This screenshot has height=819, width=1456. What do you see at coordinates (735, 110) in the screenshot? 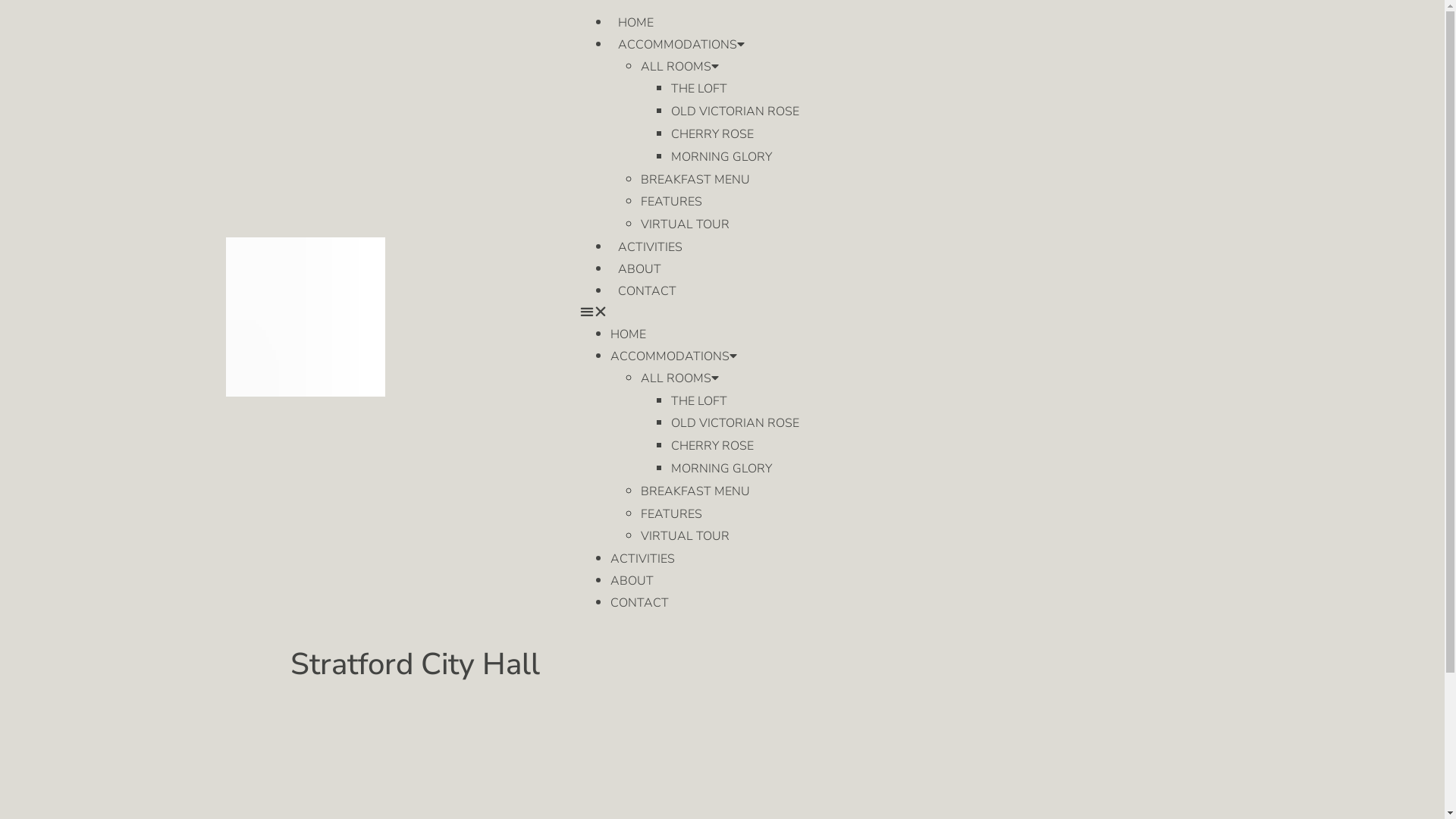
I see `'OLD VICTORIAN ROSE'` at bounding box center [735, 110].